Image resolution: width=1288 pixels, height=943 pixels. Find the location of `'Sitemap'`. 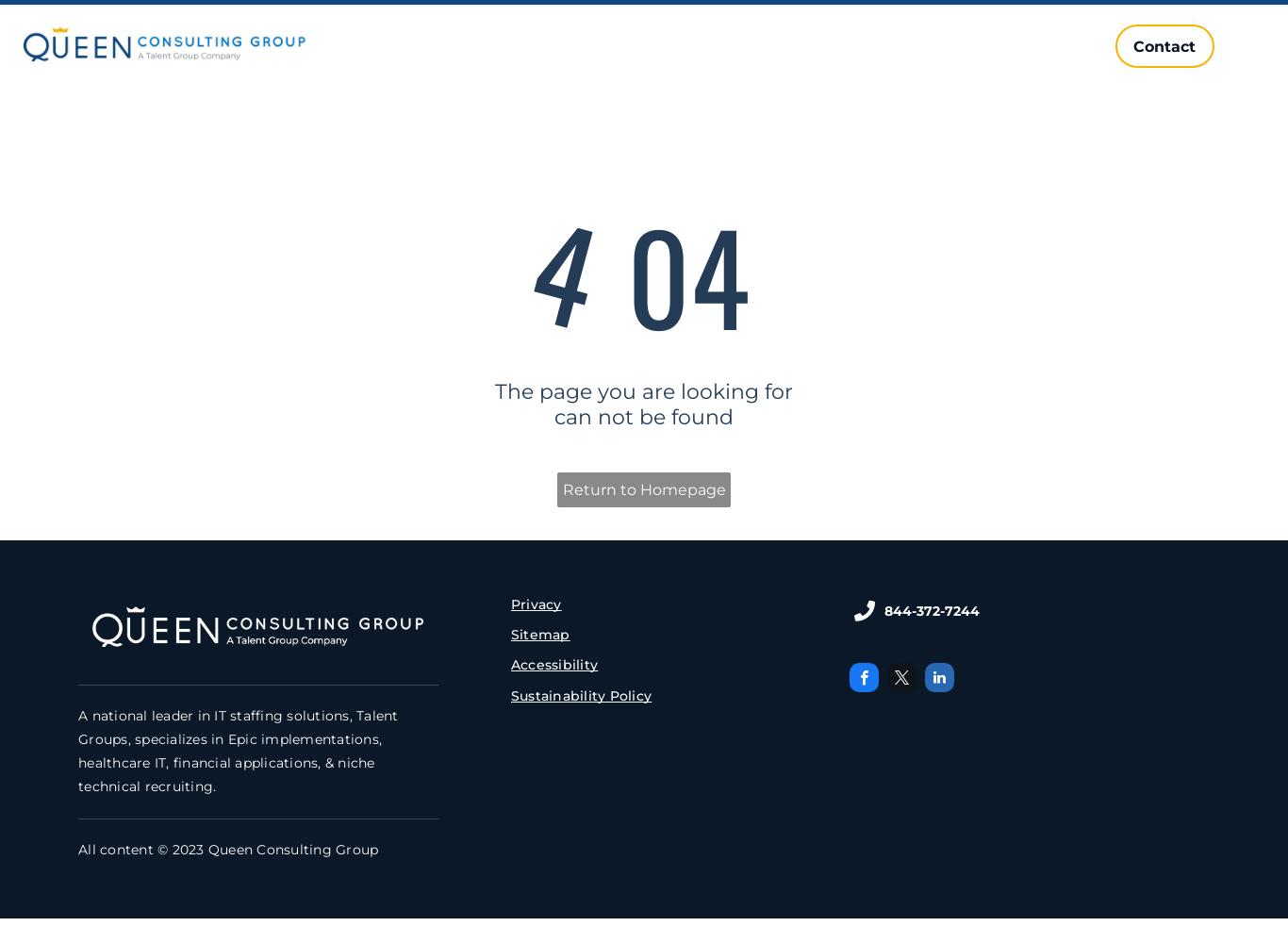

'Sitemap' is located at coordinates (509, 635).